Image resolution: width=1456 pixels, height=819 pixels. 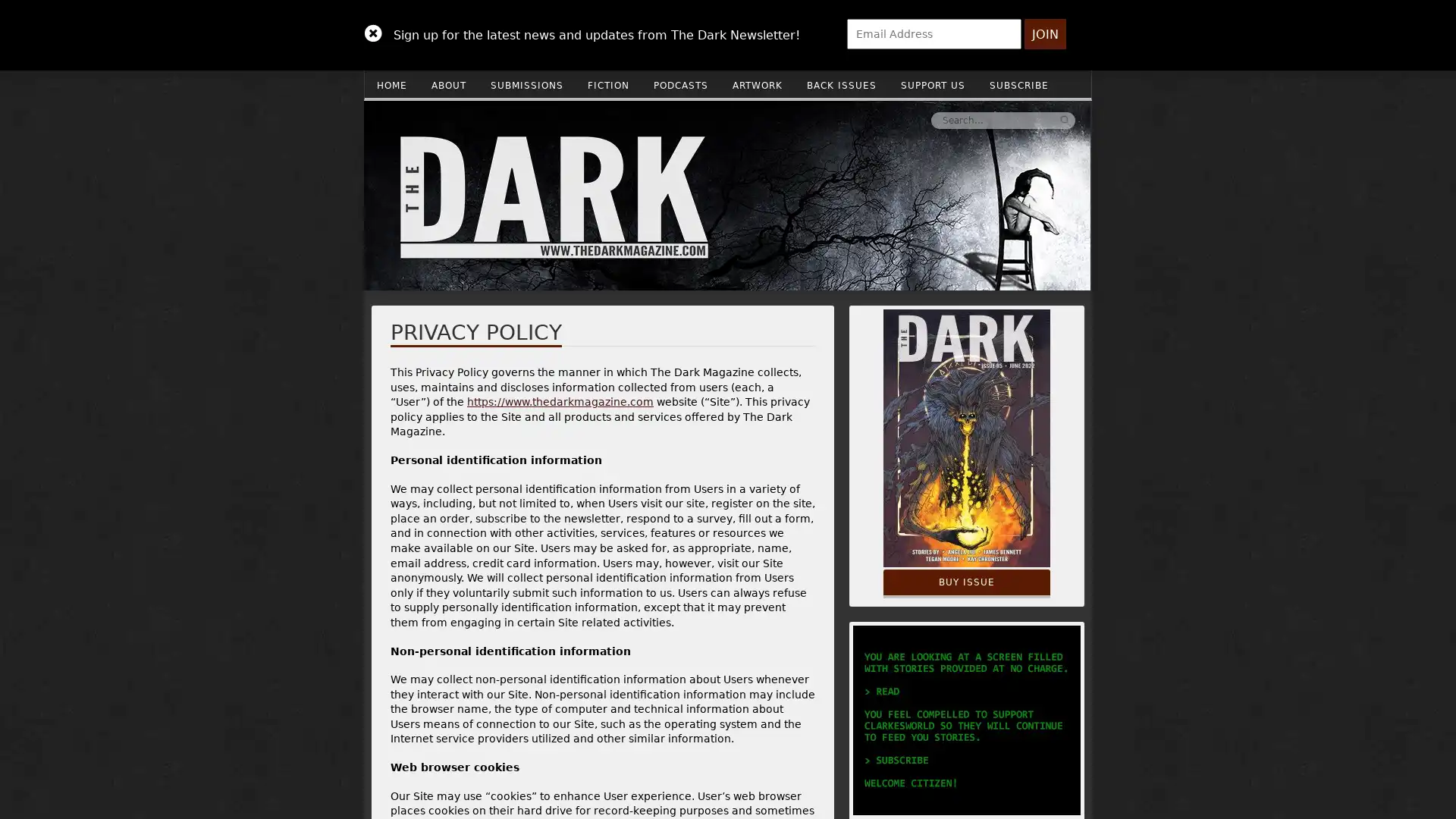 I want to click on Join, so click(x=1044, y=34).